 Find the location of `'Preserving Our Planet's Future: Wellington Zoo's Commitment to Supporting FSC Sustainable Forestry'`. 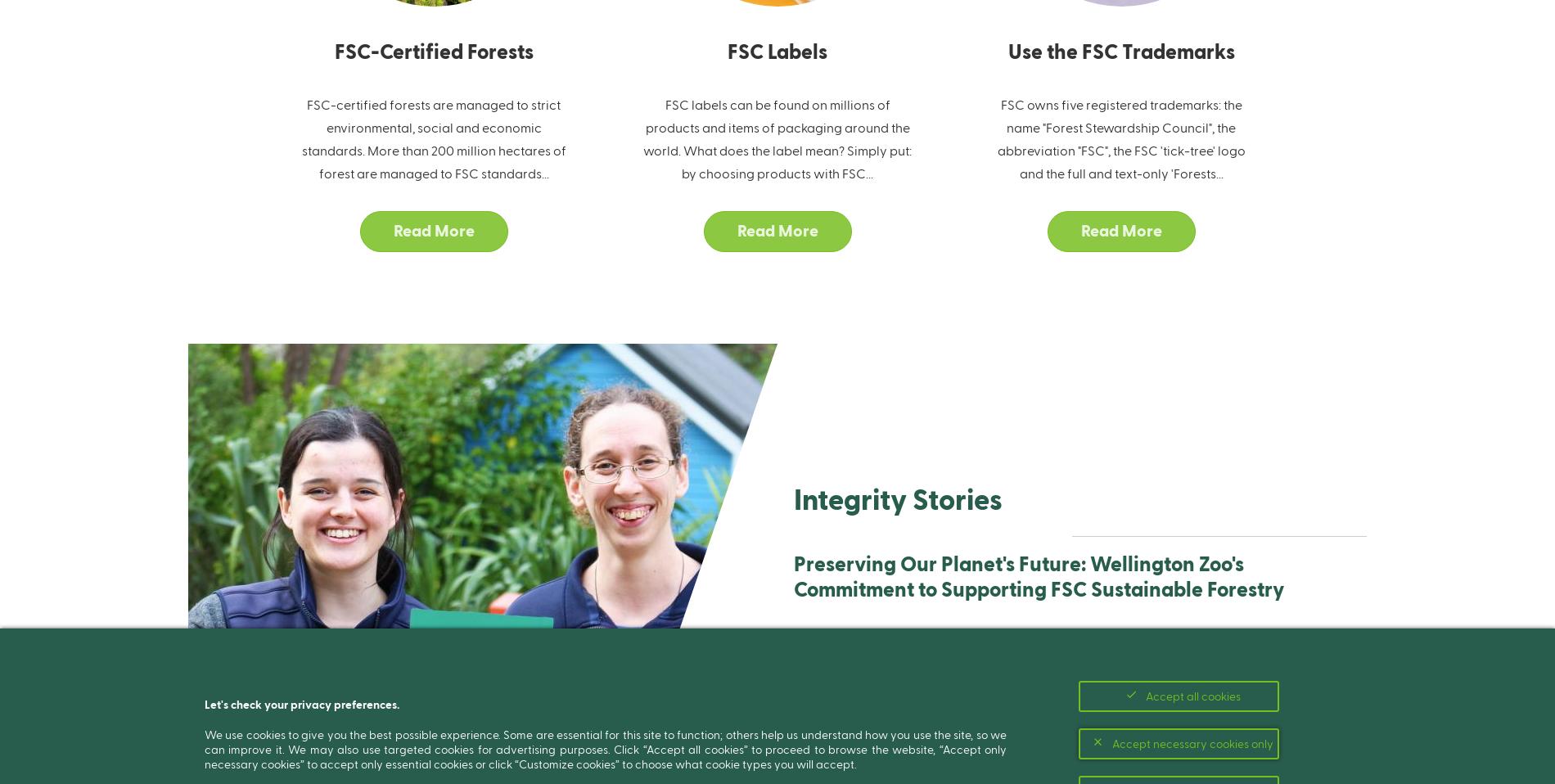

'Preserving Our Planet's Future: Wellington Zoo's Commitment to Supporting FSC Sustainable Forestry' is located at coordinates (1038, 575).